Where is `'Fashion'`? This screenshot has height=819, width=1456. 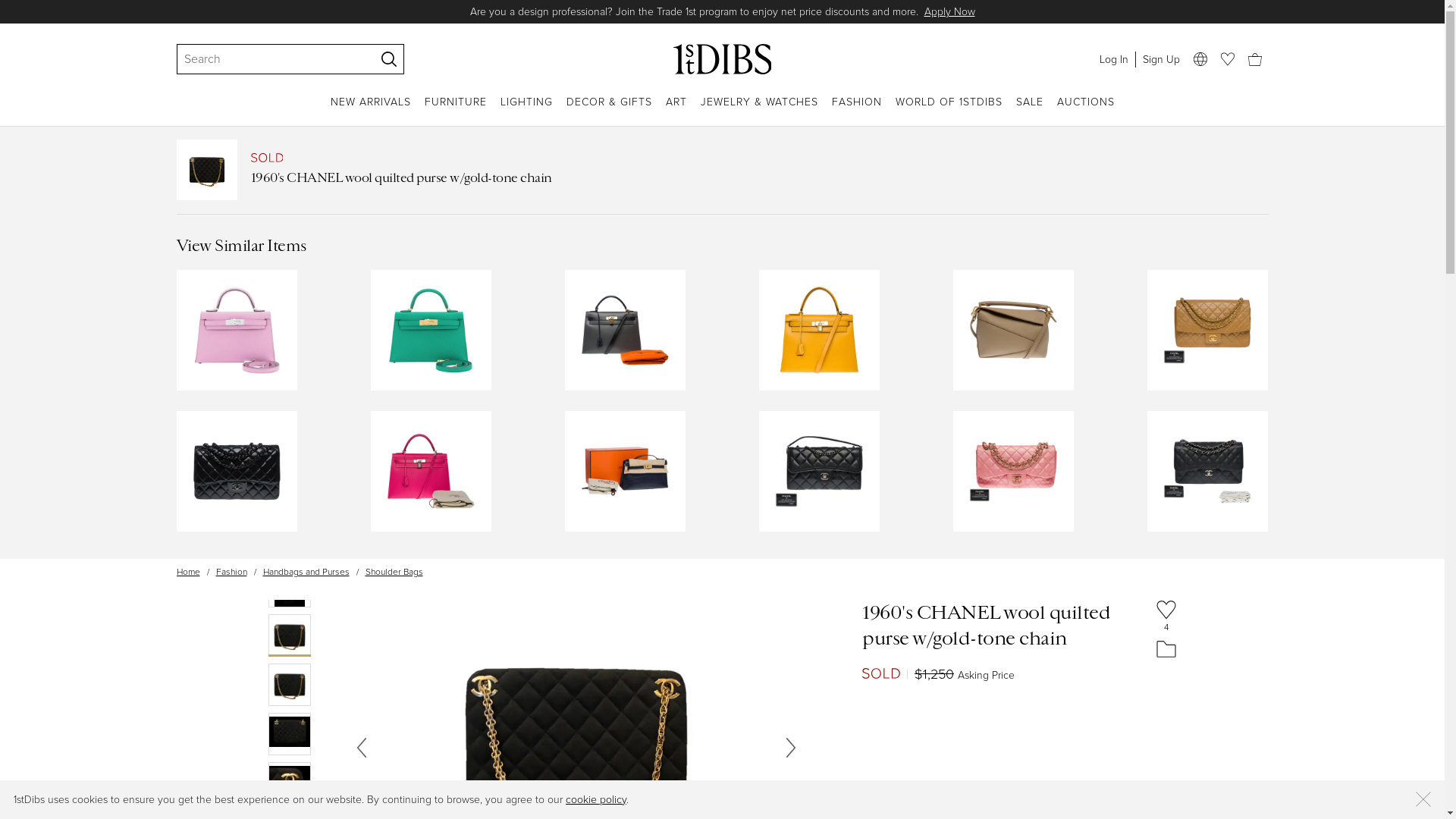
'Fashion' is located at coordinates (230, 572).